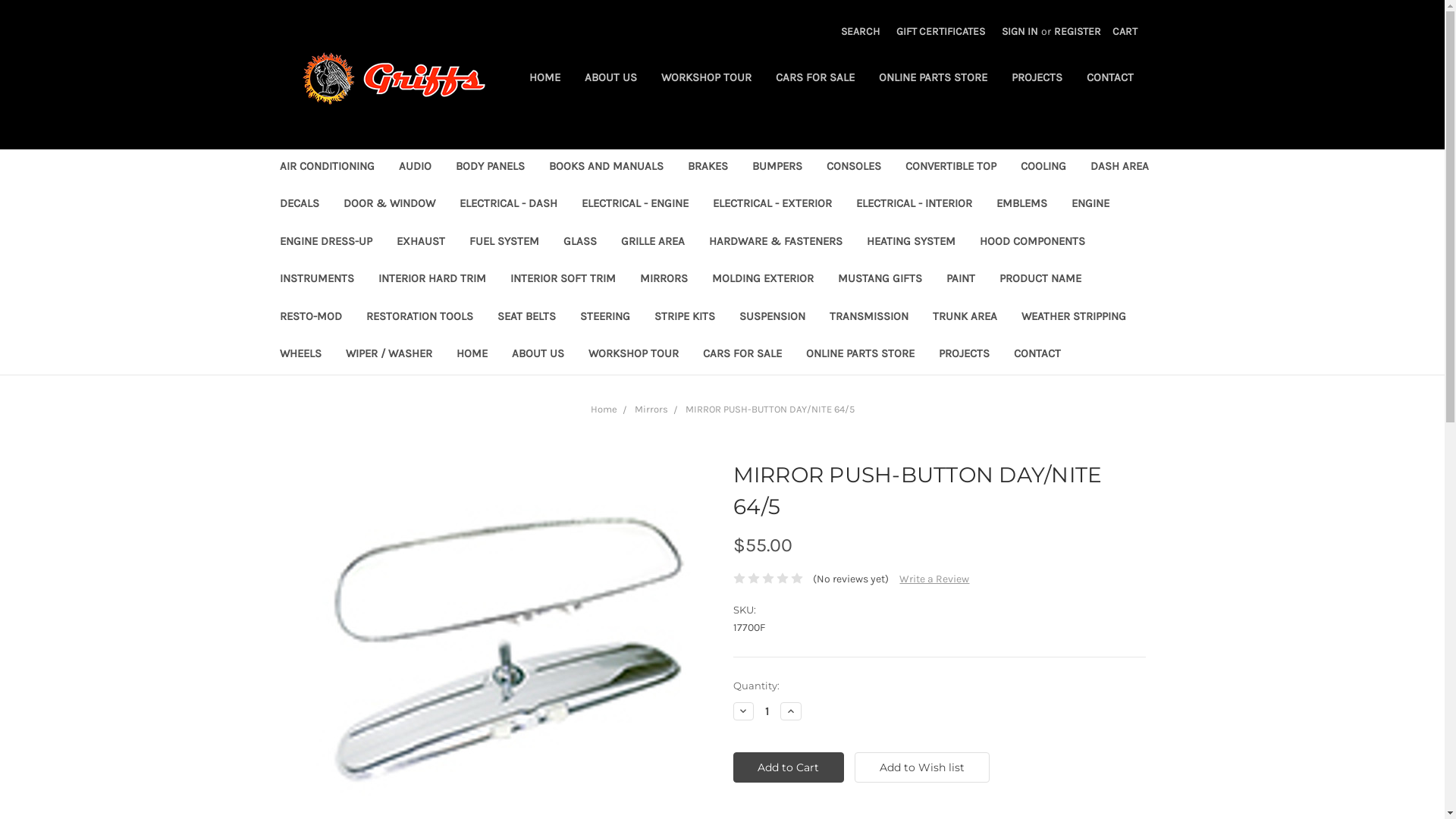 The image size is (1456, 819). I want to click on 'HARDWARE & FASTENERS', so click(775, 242).